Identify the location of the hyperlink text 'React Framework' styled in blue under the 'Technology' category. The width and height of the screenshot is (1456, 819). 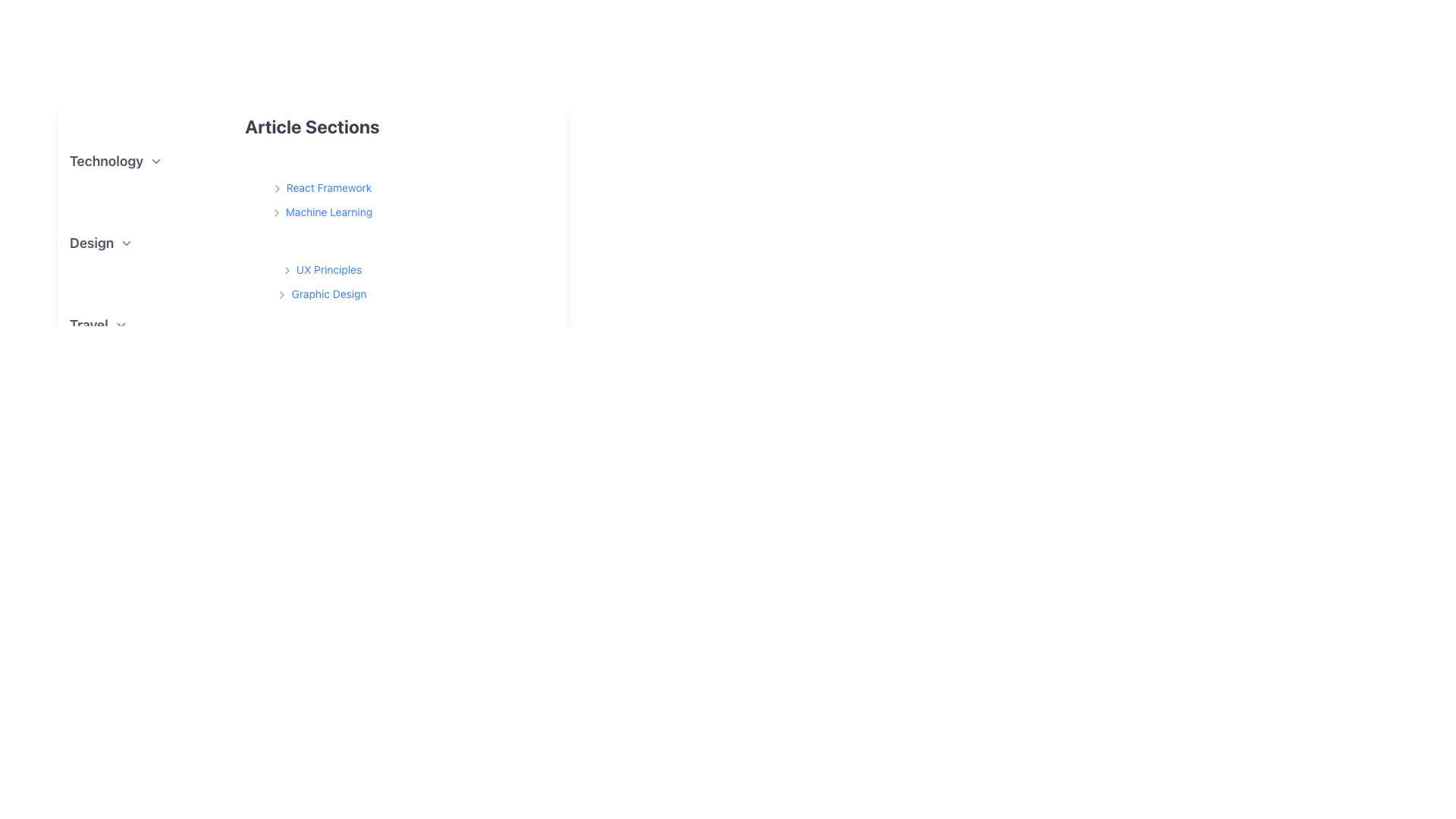
(320, 186).